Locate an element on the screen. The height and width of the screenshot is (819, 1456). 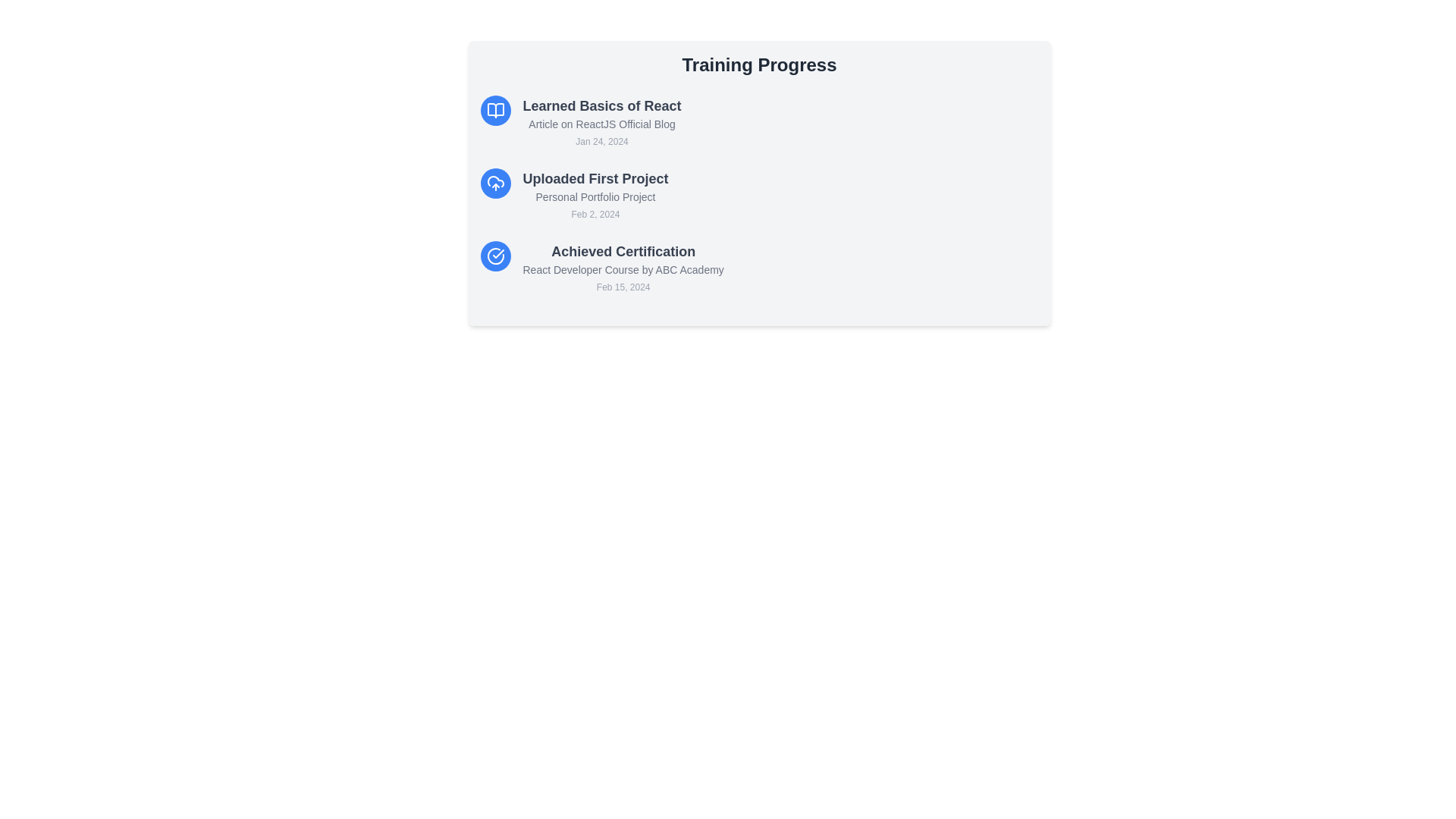
the book icon SVG graphic with a blue circular background and white border, located to the left of the text 'Learned Basics of React' is located at coordinates (495, 110).